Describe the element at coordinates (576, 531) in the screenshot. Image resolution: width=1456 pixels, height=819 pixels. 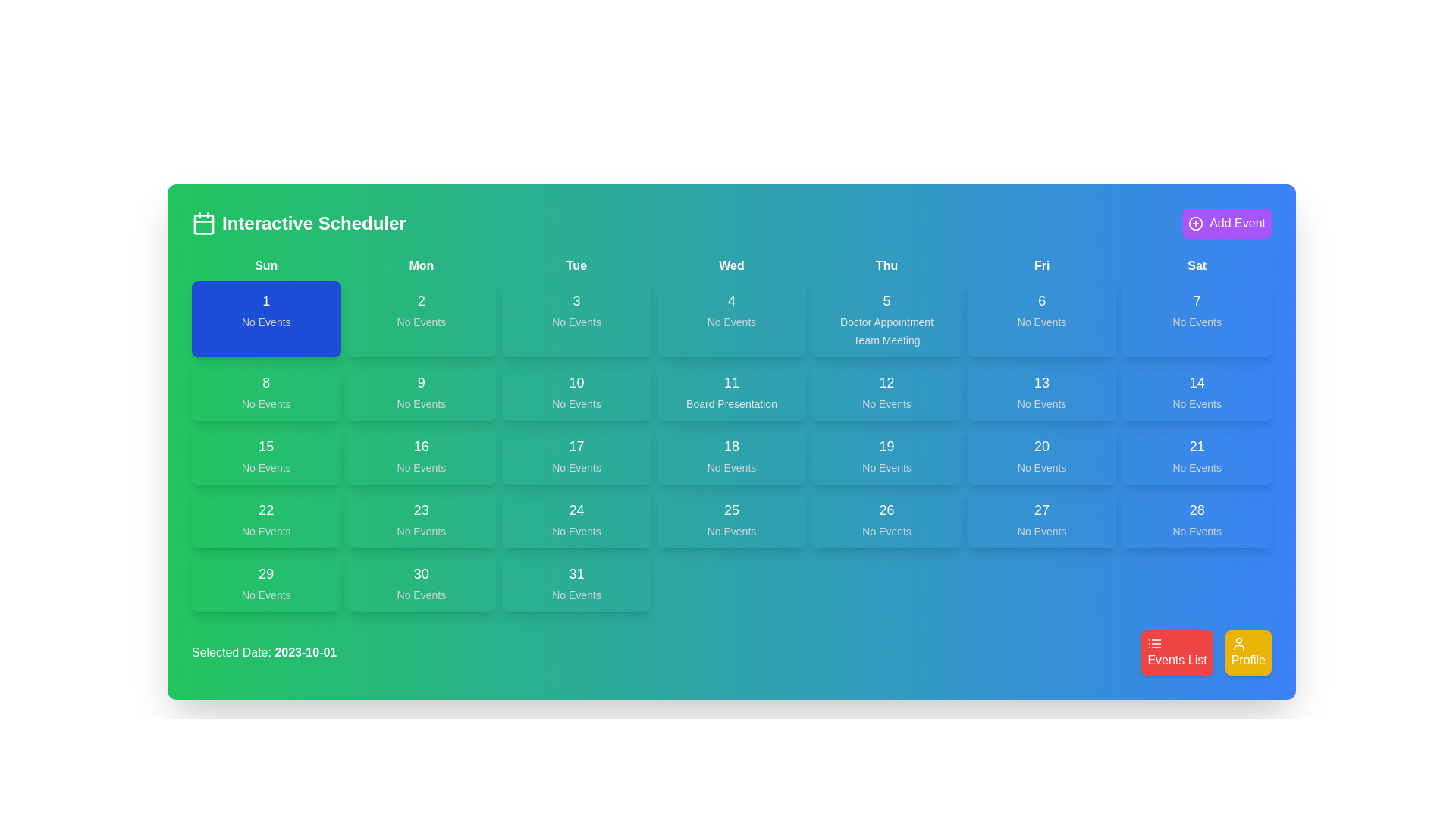
I see `the static text displaying 'No Events' located below the date '24' within a card in the calendar layout` at that location.